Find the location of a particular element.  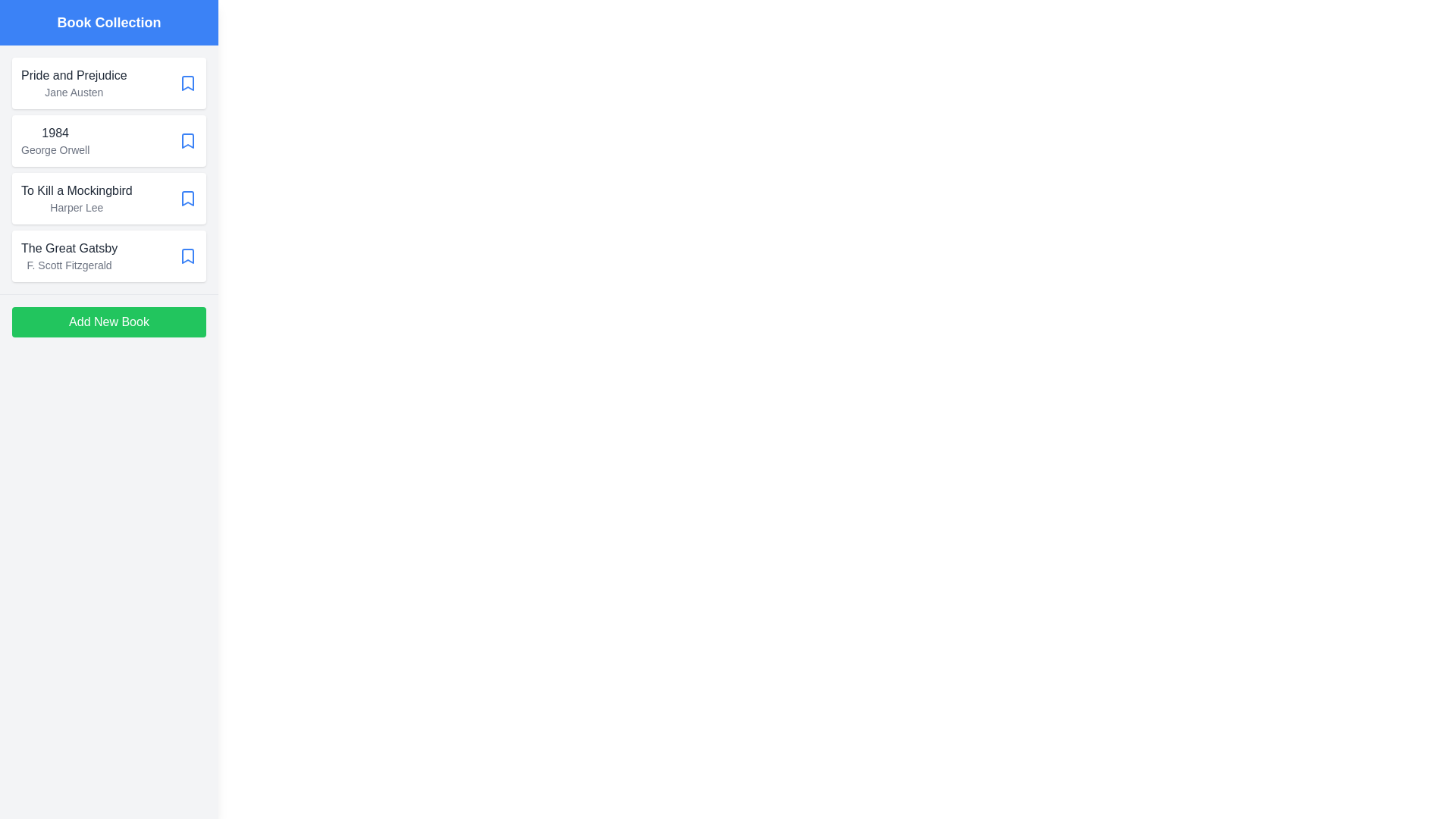

the book item Pride and Prejudice to view additional feedback is located at coordinates (108, 83).